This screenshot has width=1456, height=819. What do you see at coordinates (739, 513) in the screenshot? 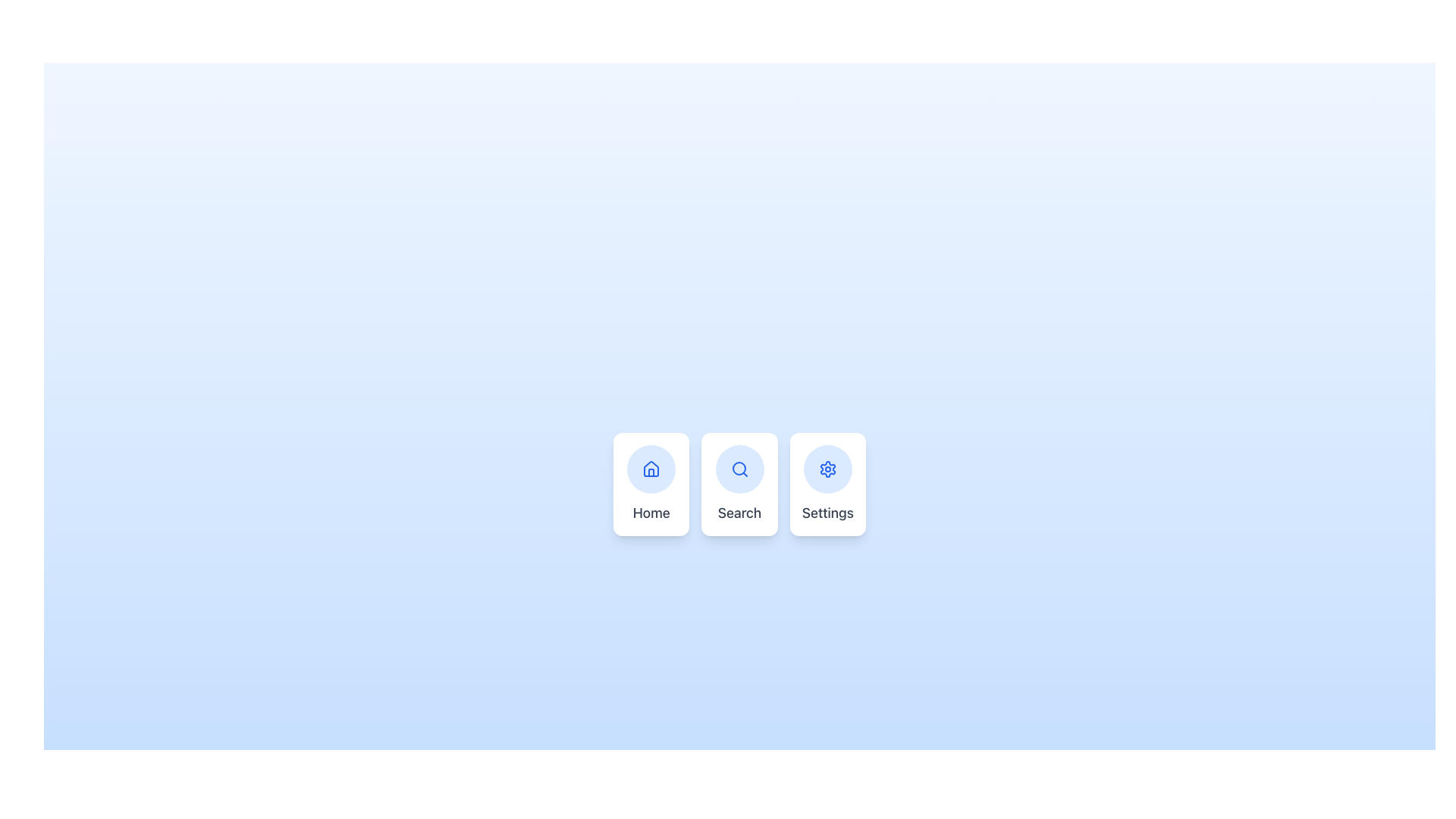
I see `the static text label displaying 'Search' located at the bottom center of a rectangular card with a blue circular magnifying glass icon above it` at bounding box center [739, 513].